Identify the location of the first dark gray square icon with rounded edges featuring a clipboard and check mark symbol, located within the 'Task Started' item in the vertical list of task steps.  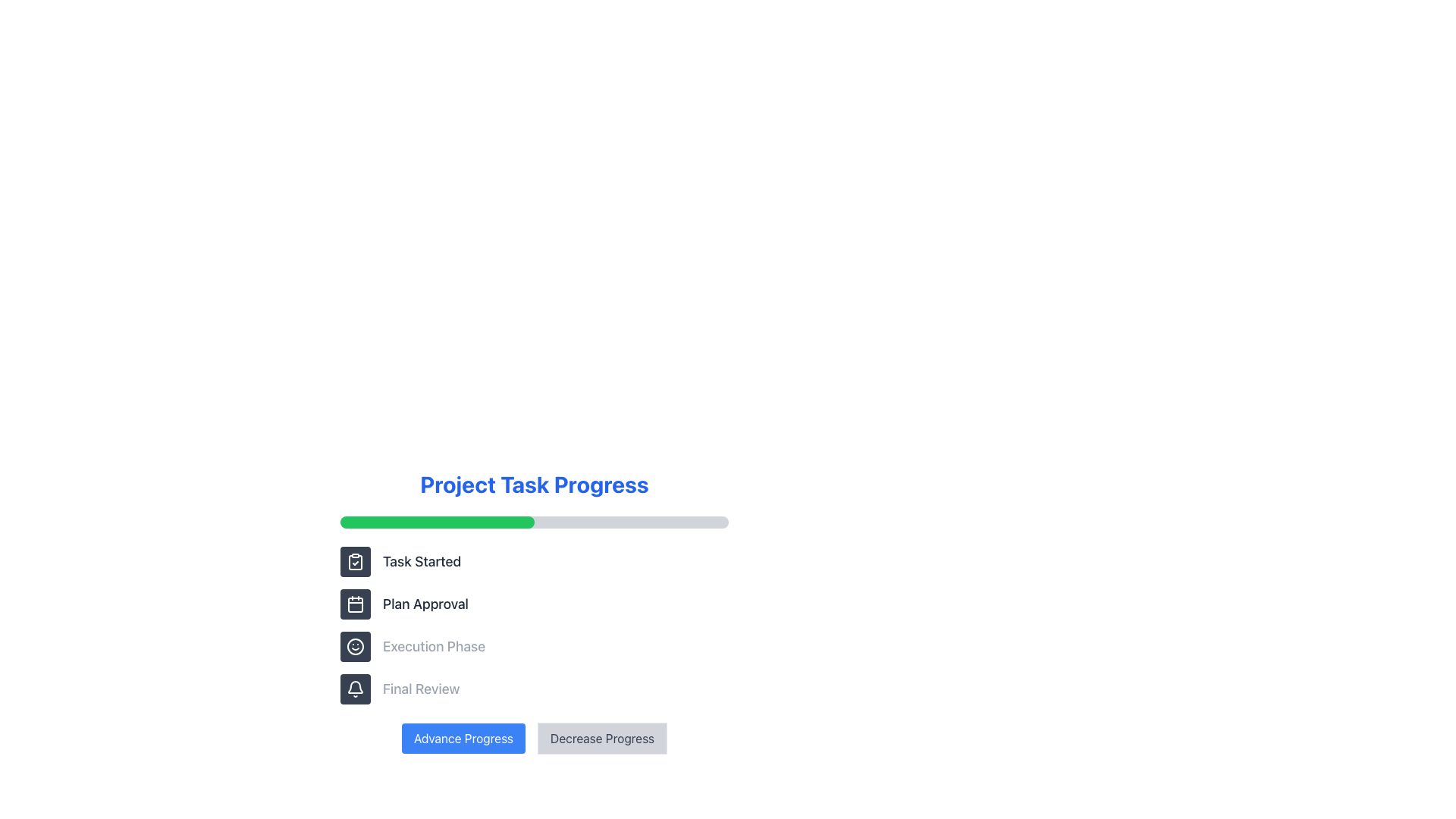
(355, 561).